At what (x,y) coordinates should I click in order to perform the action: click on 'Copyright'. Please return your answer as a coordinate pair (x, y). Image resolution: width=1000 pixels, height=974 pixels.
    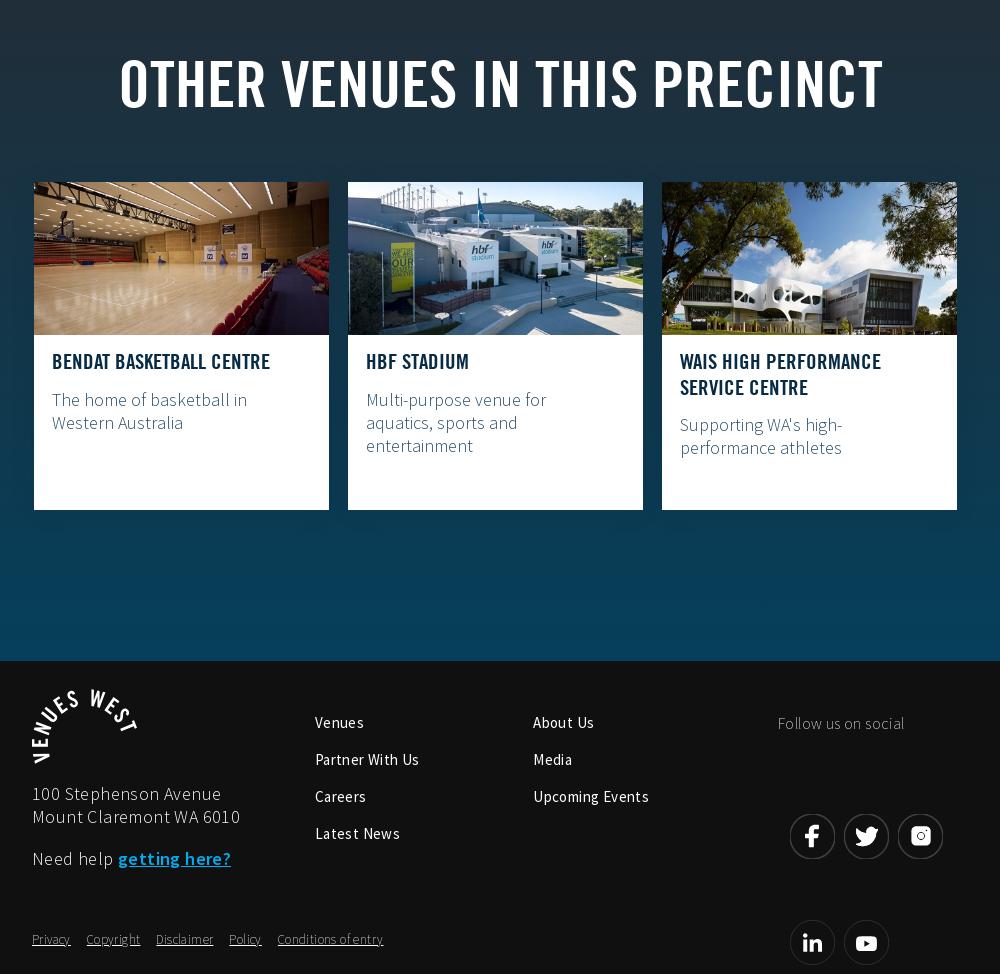
    Looking at the image, I should click on (112, 940).